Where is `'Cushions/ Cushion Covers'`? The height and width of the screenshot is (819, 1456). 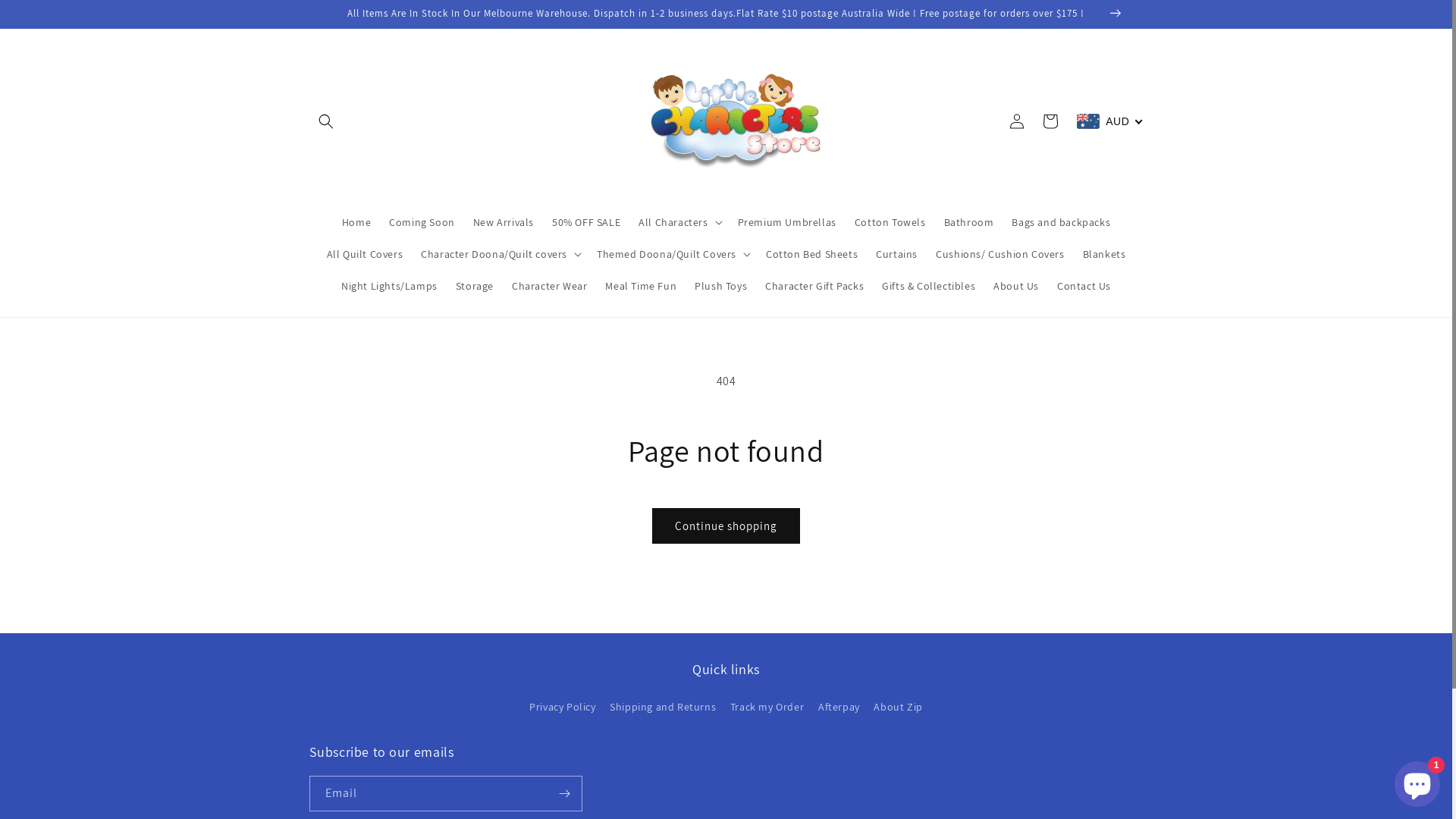 'Cushions/ Cushion Covers' is located at coordinates (999, 253).